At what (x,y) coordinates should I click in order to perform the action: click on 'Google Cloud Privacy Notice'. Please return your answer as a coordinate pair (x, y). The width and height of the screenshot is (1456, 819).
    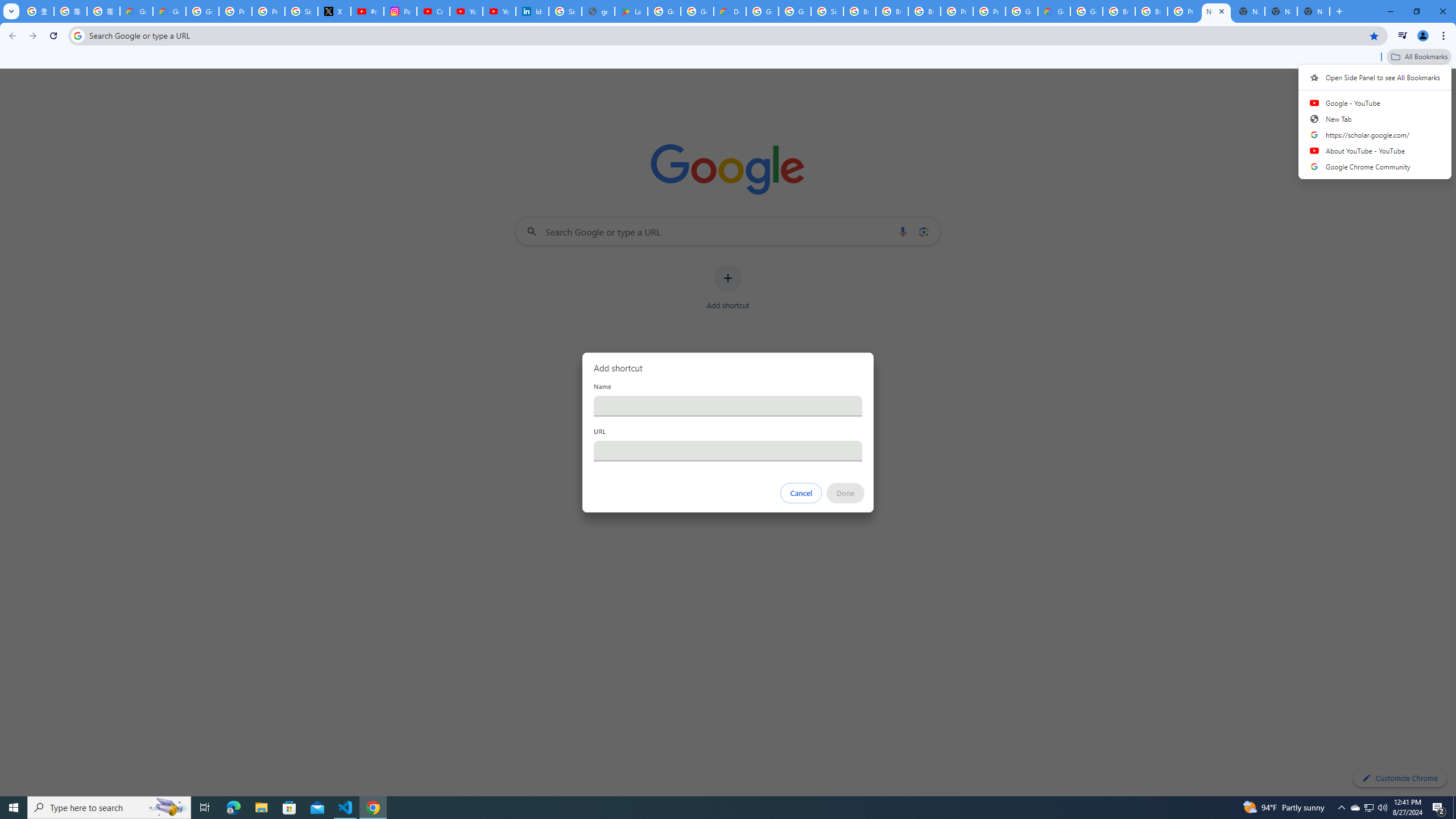
    Looking at the image, I should click on (169, 11).